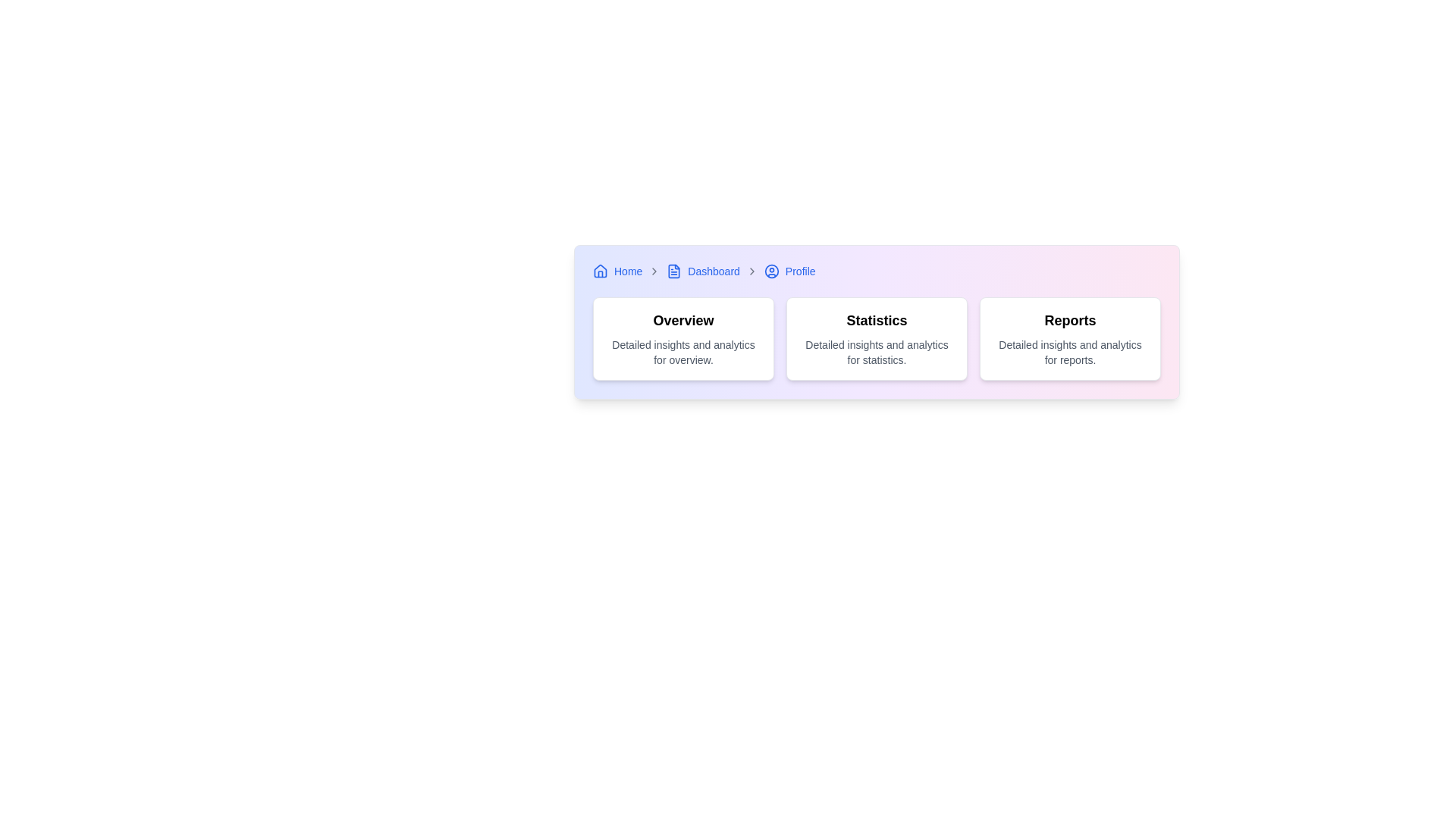 The width and height of the screenshot is (1456, 819). I want to click on the hyperlink text that allows users, so click(713, 271).